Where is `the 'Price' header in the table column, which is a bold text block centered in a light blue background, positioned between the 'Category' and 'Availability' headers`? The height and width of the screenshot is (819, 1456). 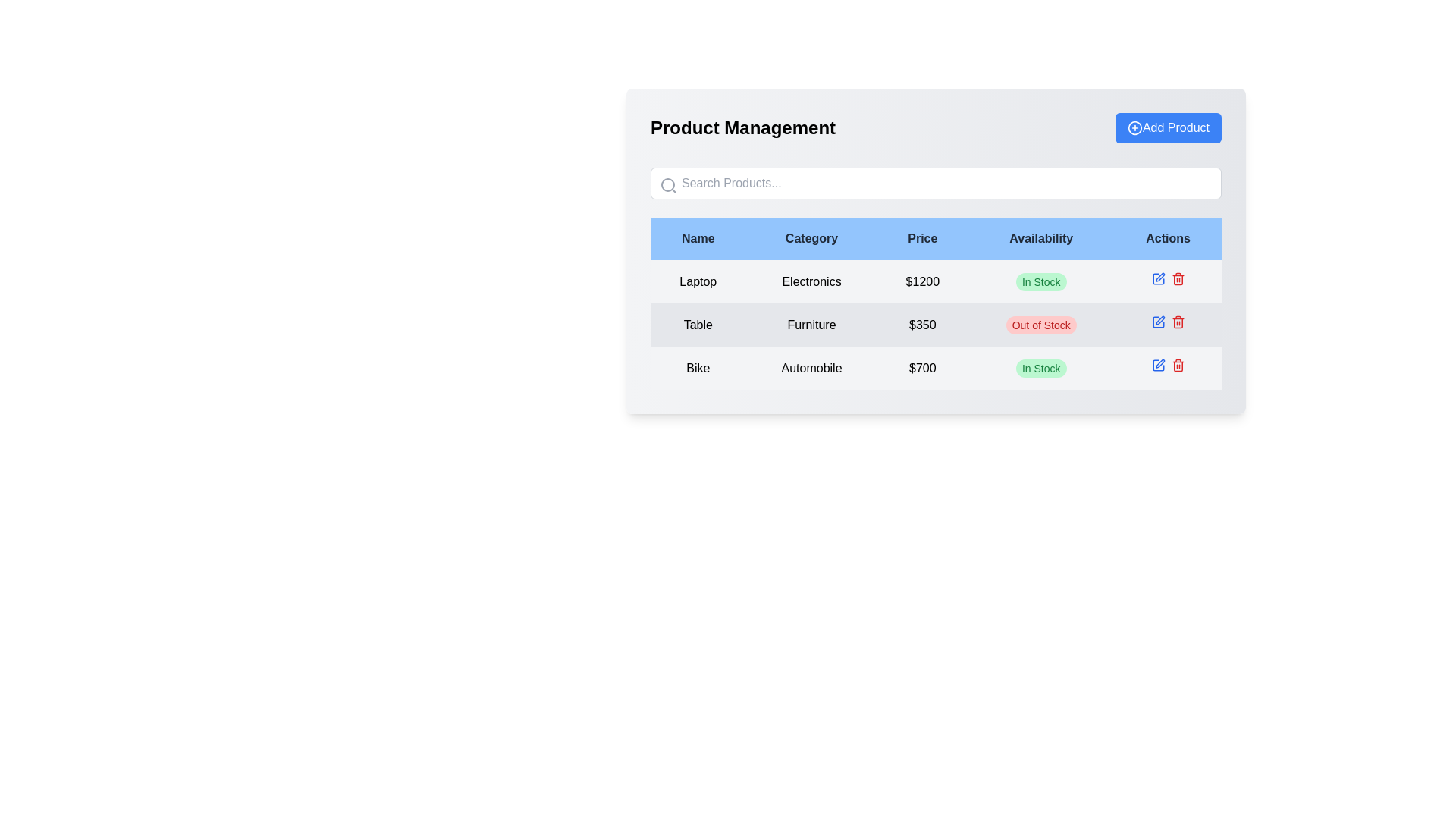 the 'Price' header in the table column, which is a bold text block centered in a light blue background, positioned between the 'Category' and 'Availability' headers is located at coordinates (921, 239).